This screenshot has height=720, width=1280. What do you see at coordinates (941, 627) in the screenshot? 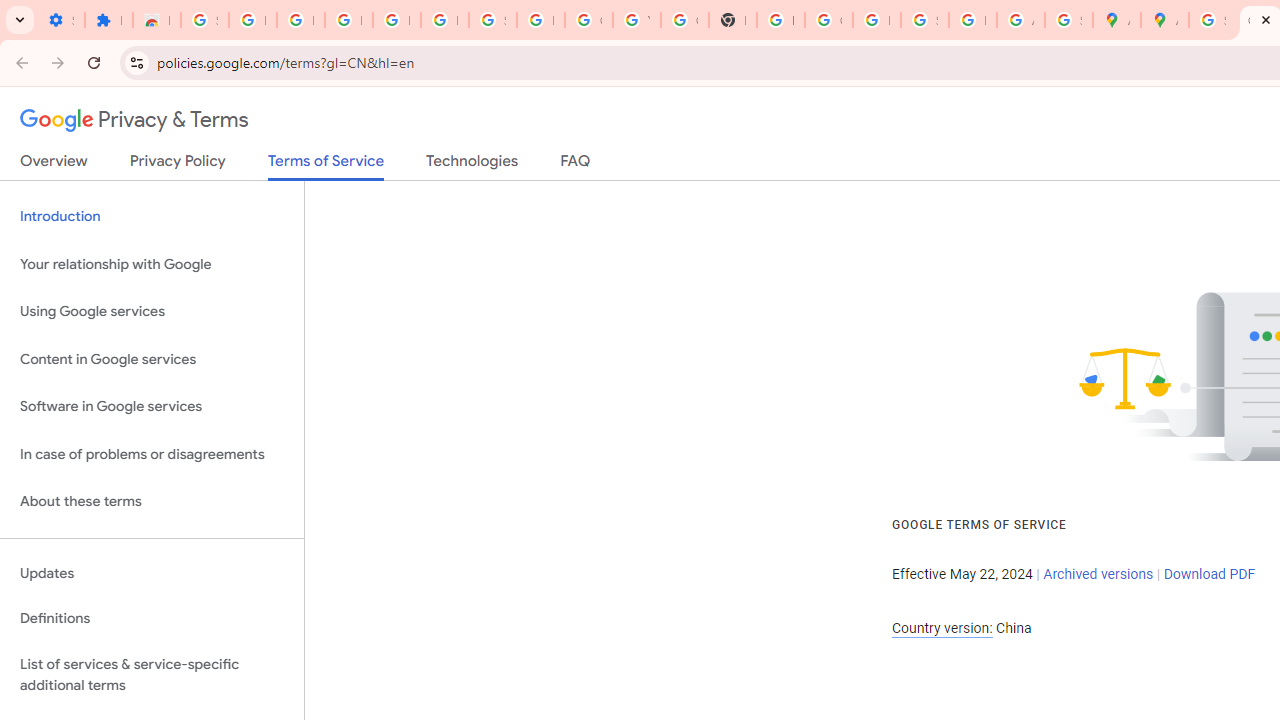
I see `'Country version:'` at bounding box center [941, 627].